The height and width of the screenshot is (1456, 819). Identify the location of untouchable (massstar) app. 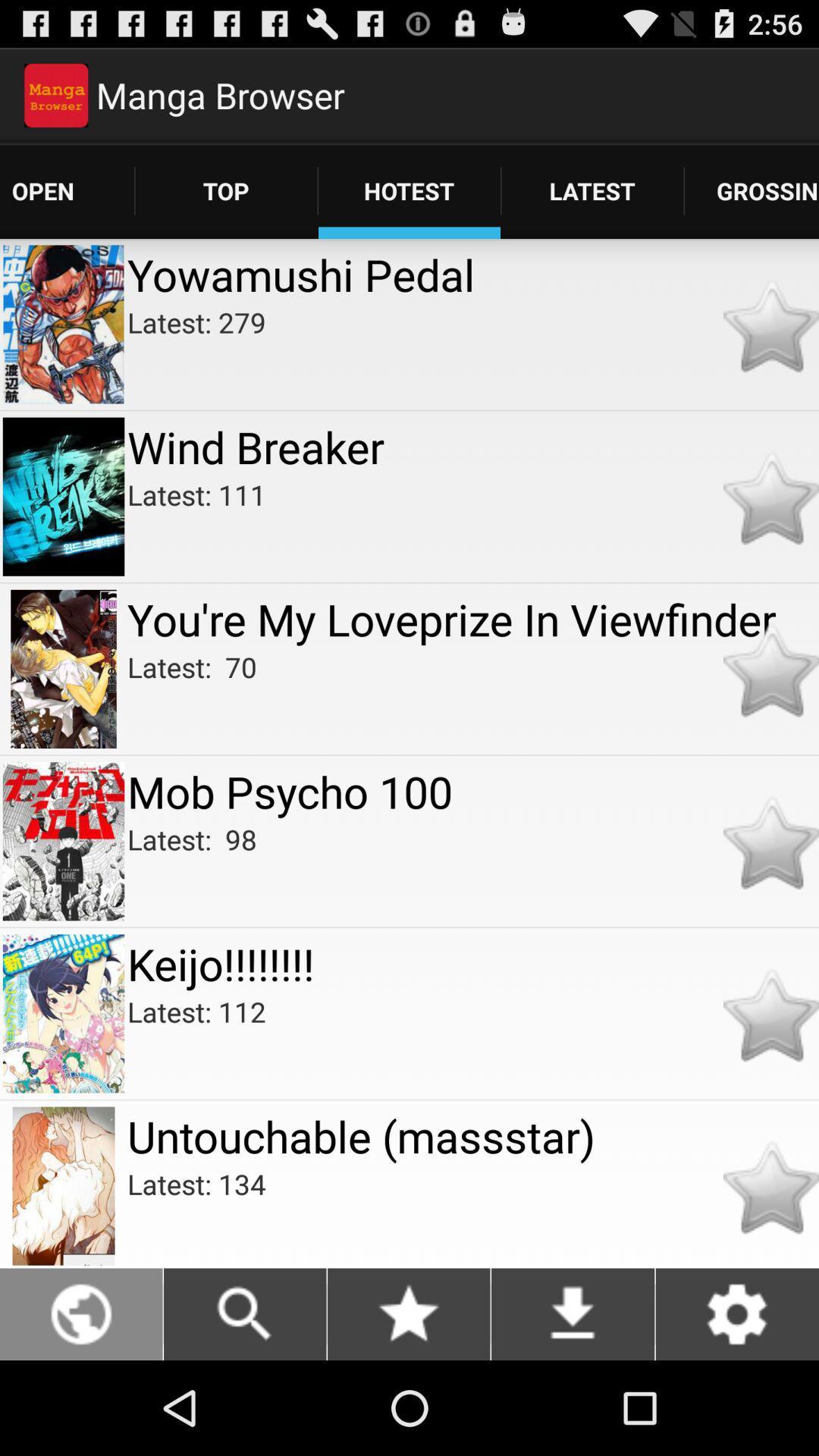
(472, 1136).